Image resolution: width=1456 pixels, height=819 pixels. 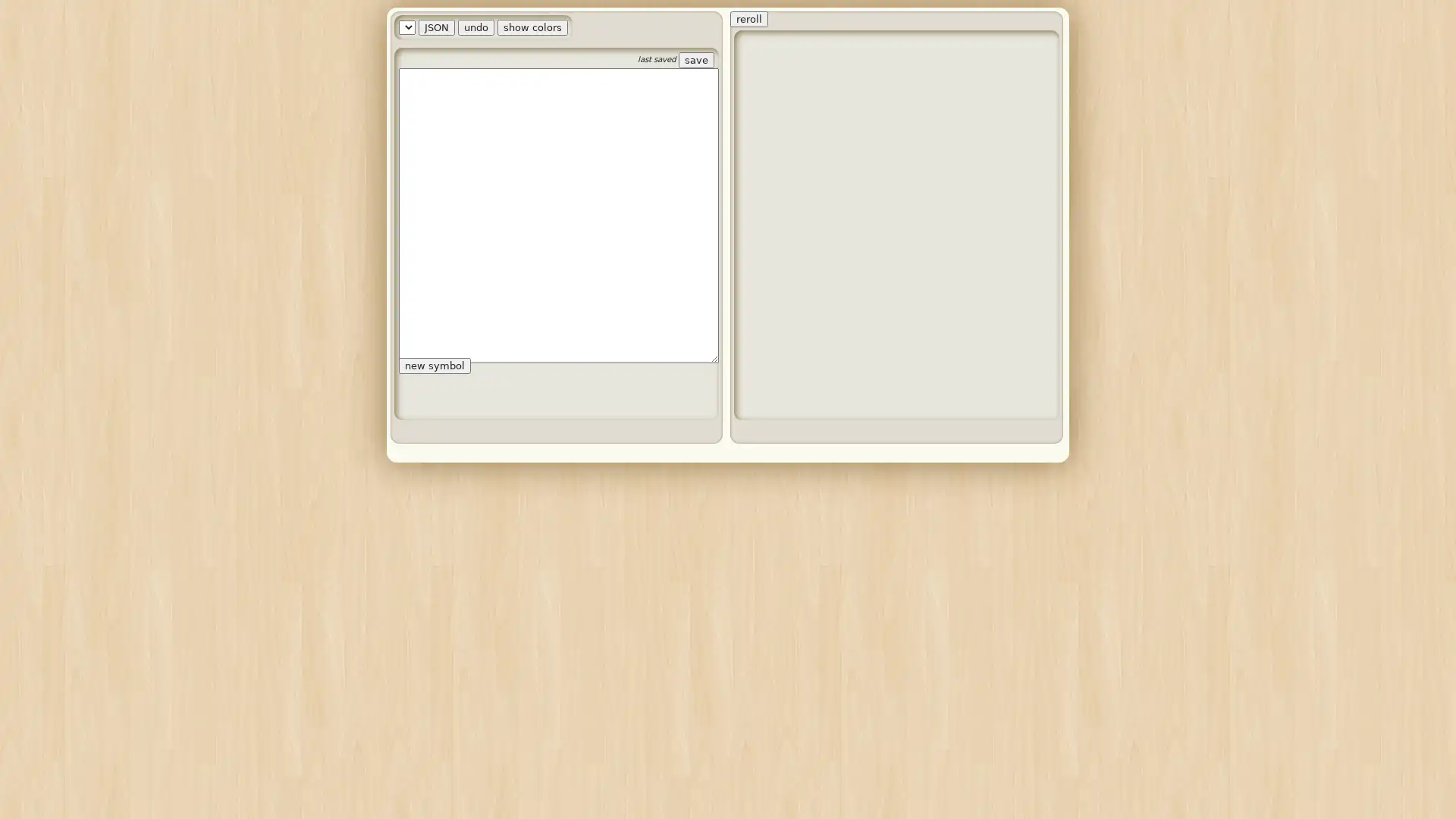 I want to click on new symbol, so click(x=434, y=155).